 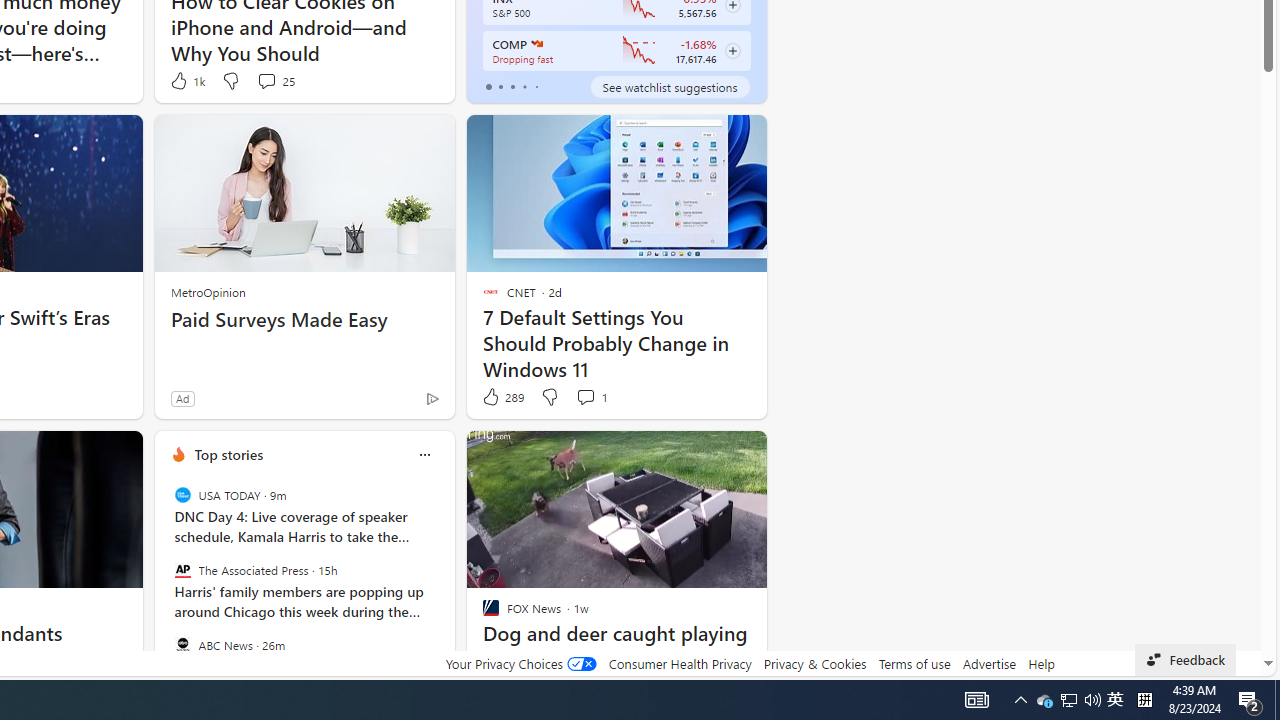 What do you see at coordinates (265, 80) in the screenshot?
I see `'View comments 25 Comment'` at bounding box center [265, 80].